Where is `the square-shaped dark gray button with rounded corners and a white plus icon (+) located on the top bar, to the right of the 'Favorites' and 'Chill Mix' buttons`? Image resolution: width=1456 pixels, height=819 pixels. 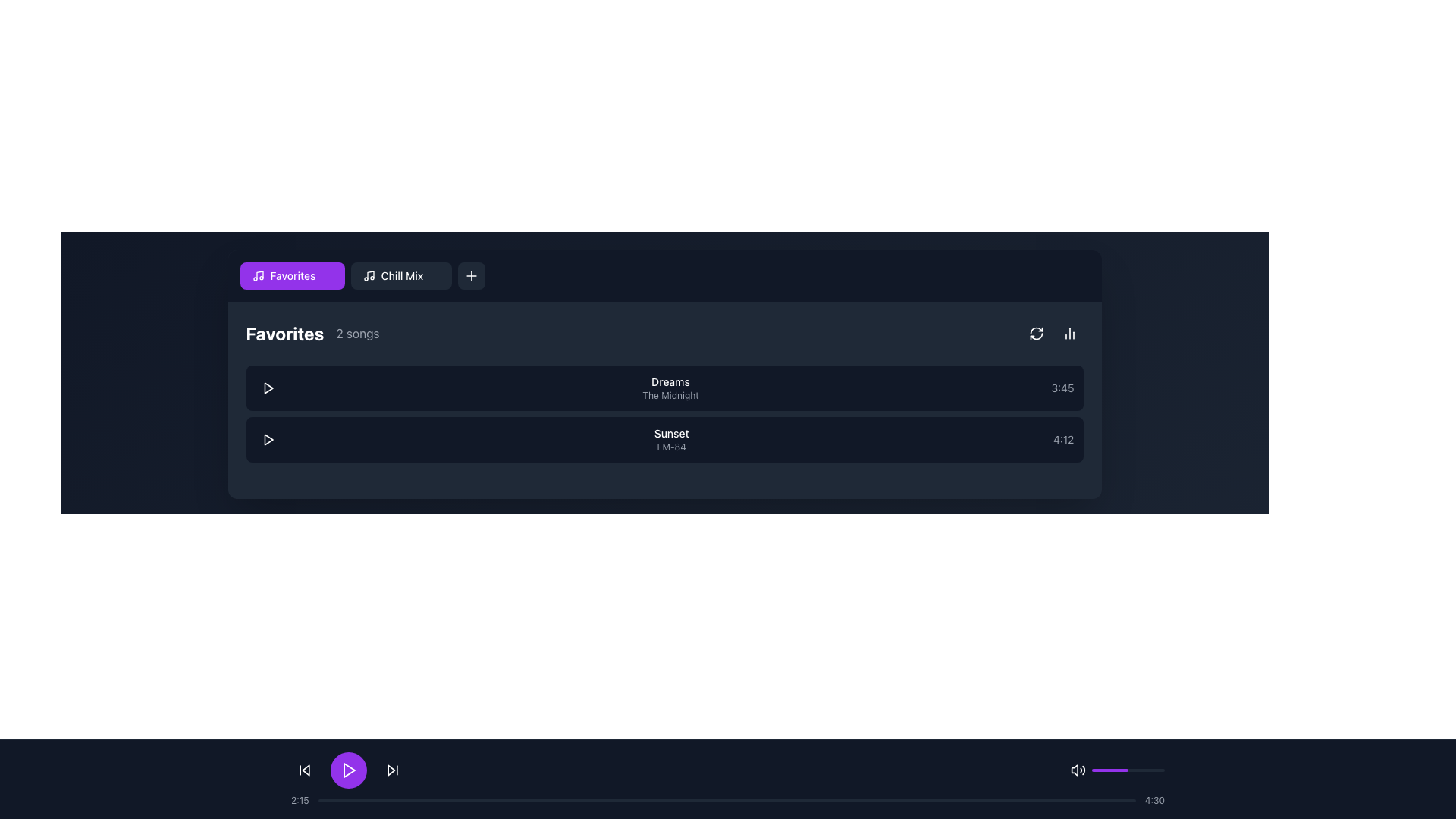
the square-shaped dark gray button with rounded corners and a white plus icon (+) located on the top bar, to the right of the 'Favorites' and 'Chill Mix' buttons is located at coordinates (471, 275).